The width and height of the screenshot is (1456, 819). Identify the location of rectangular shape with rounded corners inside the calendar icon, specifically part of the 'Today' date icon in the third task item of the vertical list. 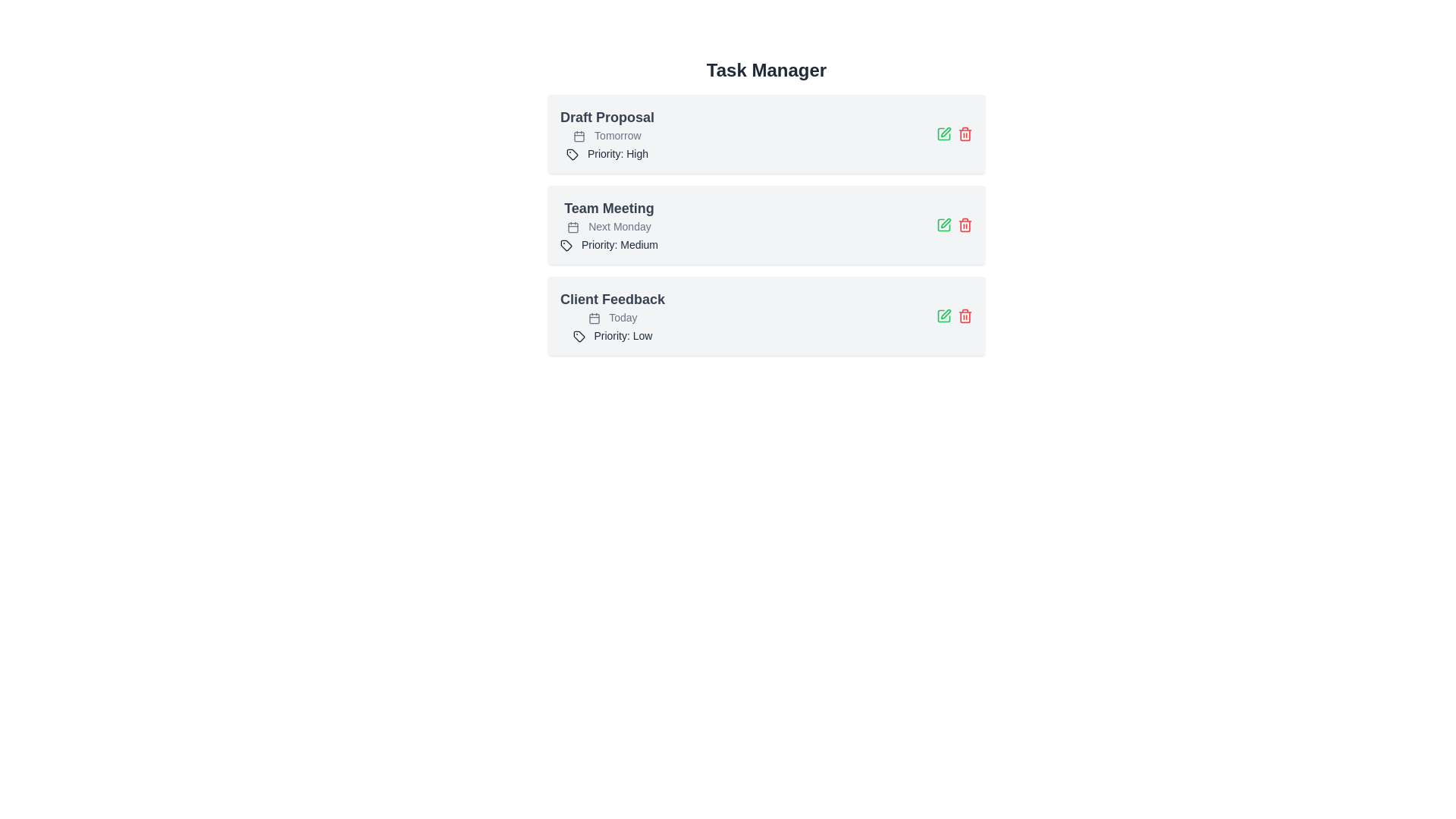
(593, 318).